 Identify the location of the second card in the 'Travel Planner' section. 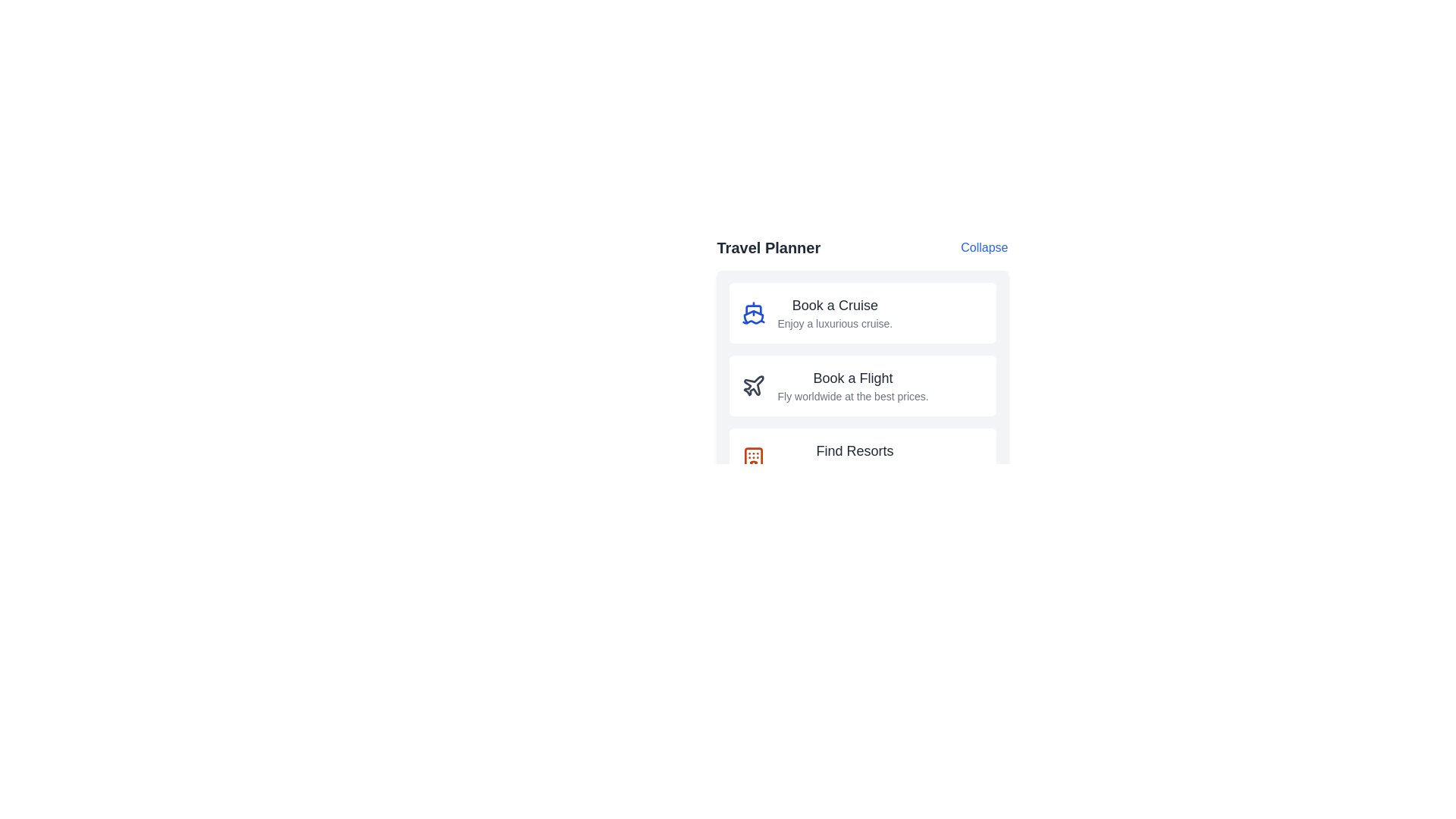
(862, 385).